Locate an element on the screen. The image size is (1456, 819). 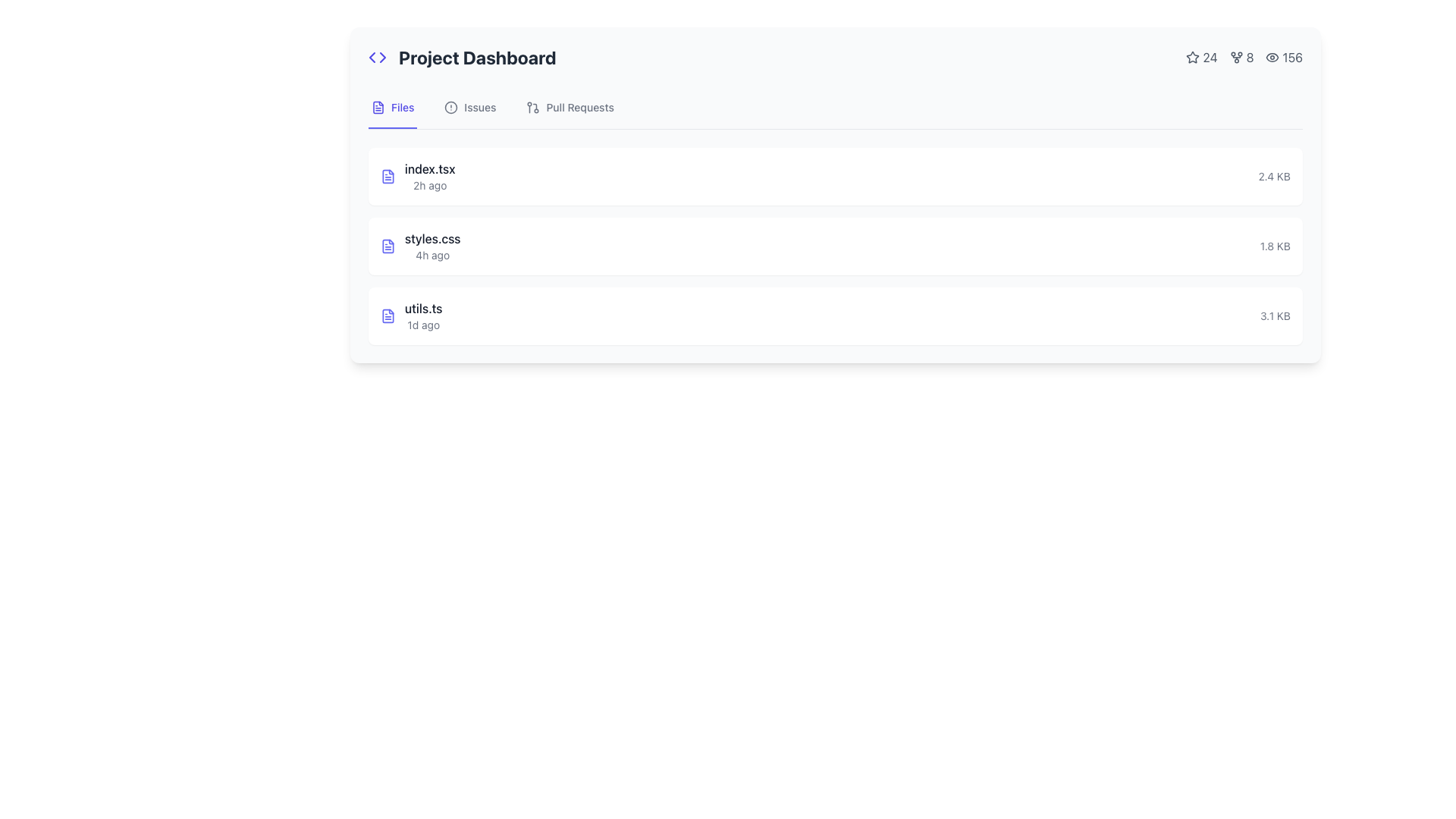
the file metadata entry for 'styles.css' is located at coordinates (420, 245).